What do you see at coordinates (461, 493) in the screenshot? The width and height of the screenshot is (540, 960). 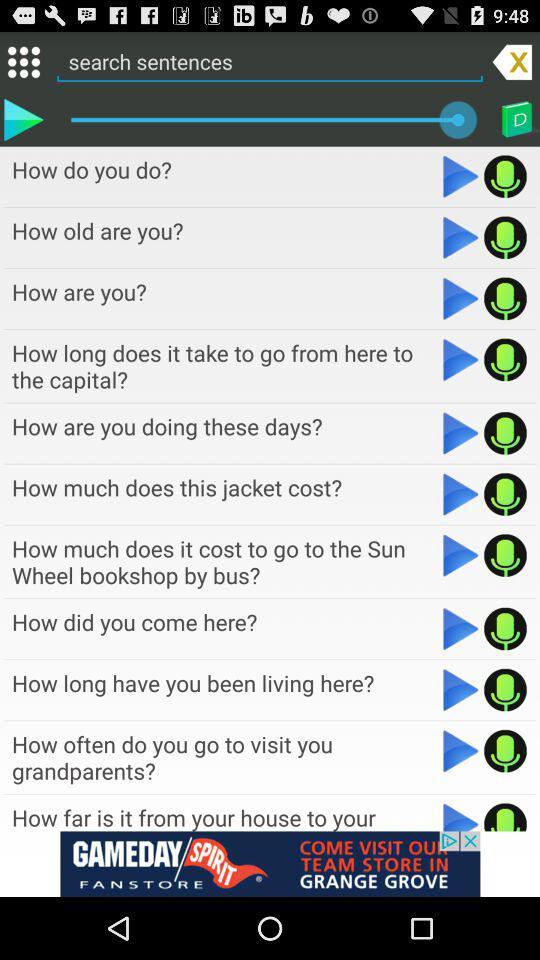 I see `play` at bounding box center [461, 493].